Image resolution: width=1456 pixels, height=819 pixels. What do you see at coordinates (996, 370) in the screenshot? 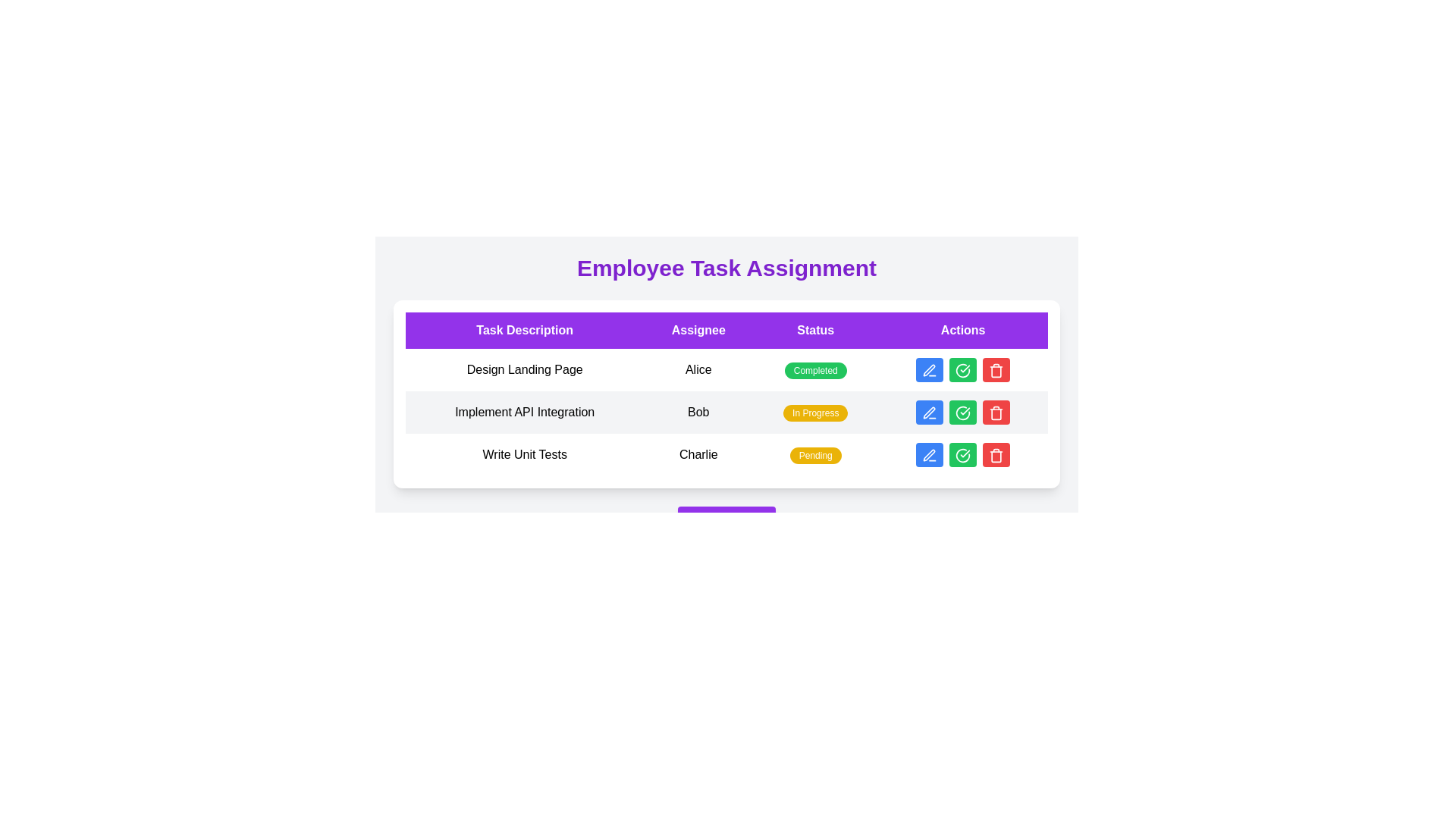
I see `the red button with a trash can icon in the 'Actions' section of the third row` at bounding box center [996, 370].